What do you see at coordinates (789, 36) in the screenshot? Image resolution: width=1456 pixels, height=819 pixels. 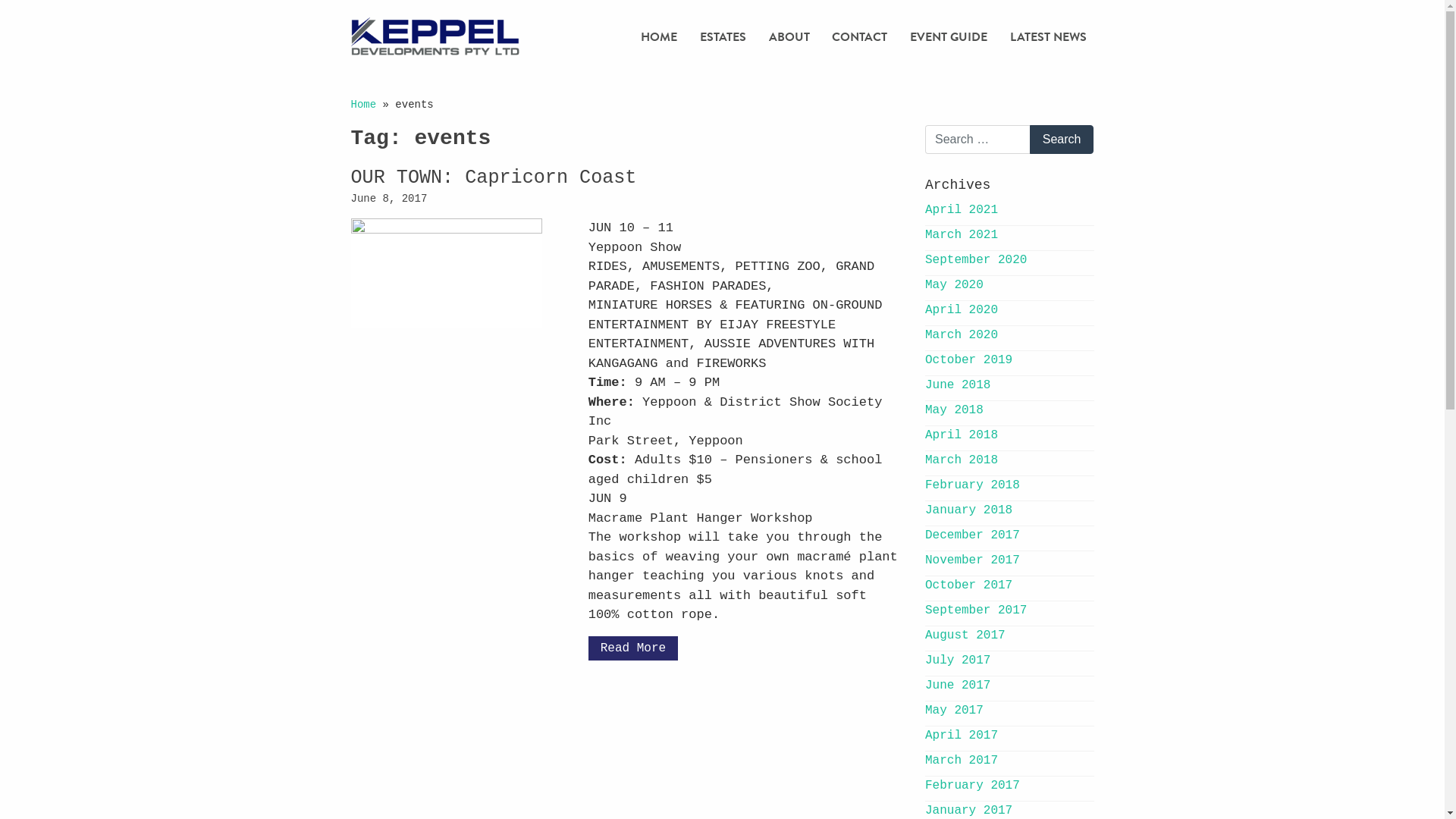 I see `'ABOUT'` at bounding box center [789, 36].